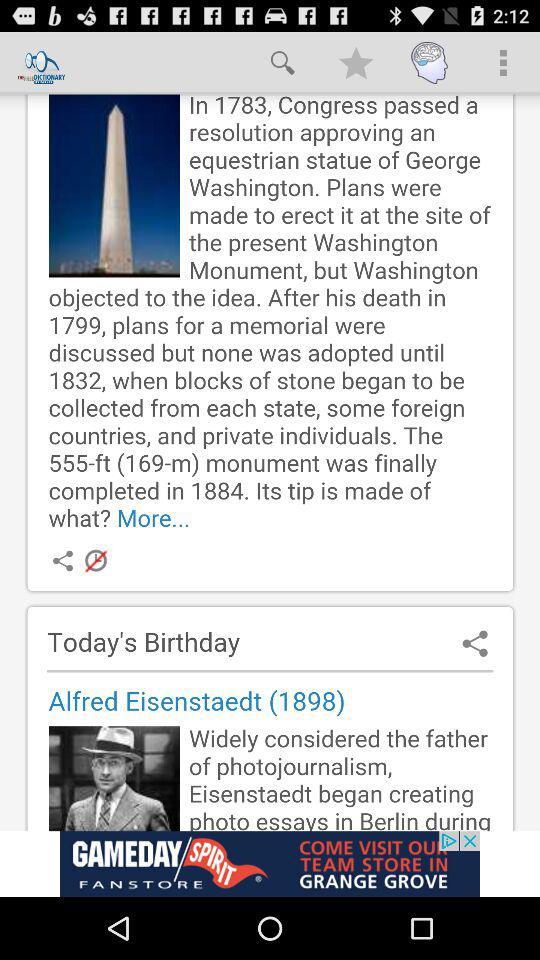 The image size is (540, 960). Describe the element at coordinates (270, 863) in the screenshot. I see `advertisement icon` at that location.